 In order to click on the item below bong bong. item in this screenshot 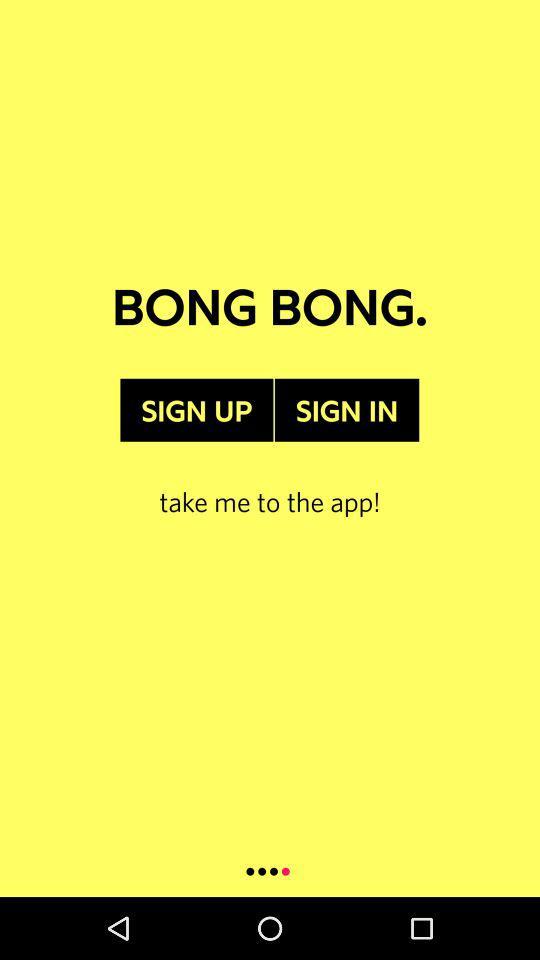, I will do `click(196, 409)`.